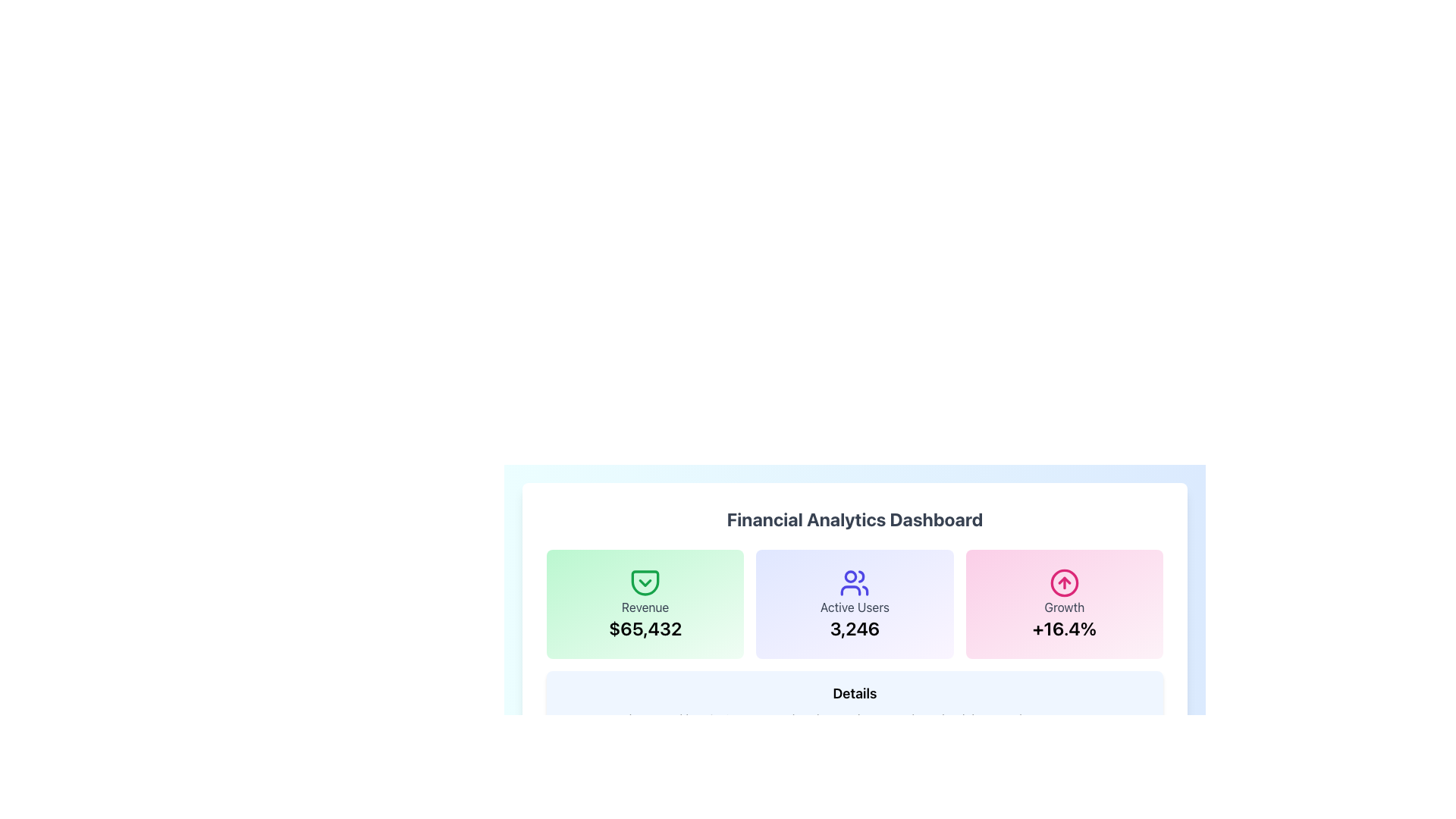  Describe the element at coordinates (1063, 629) in the screenshot. I see `the bold numerical text displaying +16.4% located at the bottom center of the pink card labeled 'Growth'` at that location.